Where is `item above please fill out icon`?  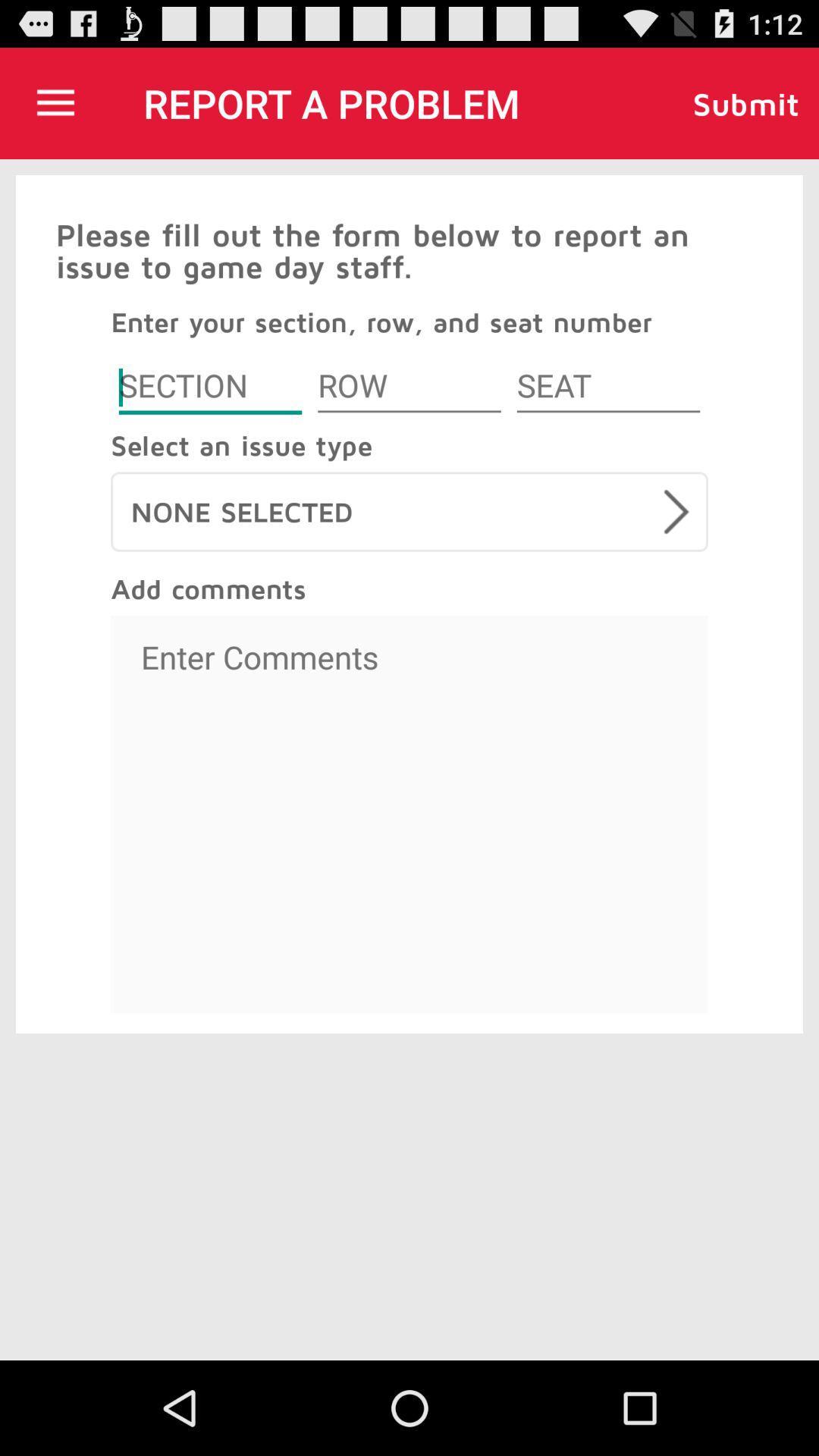
item above please fill out icon is located at coordinates (55, 102).